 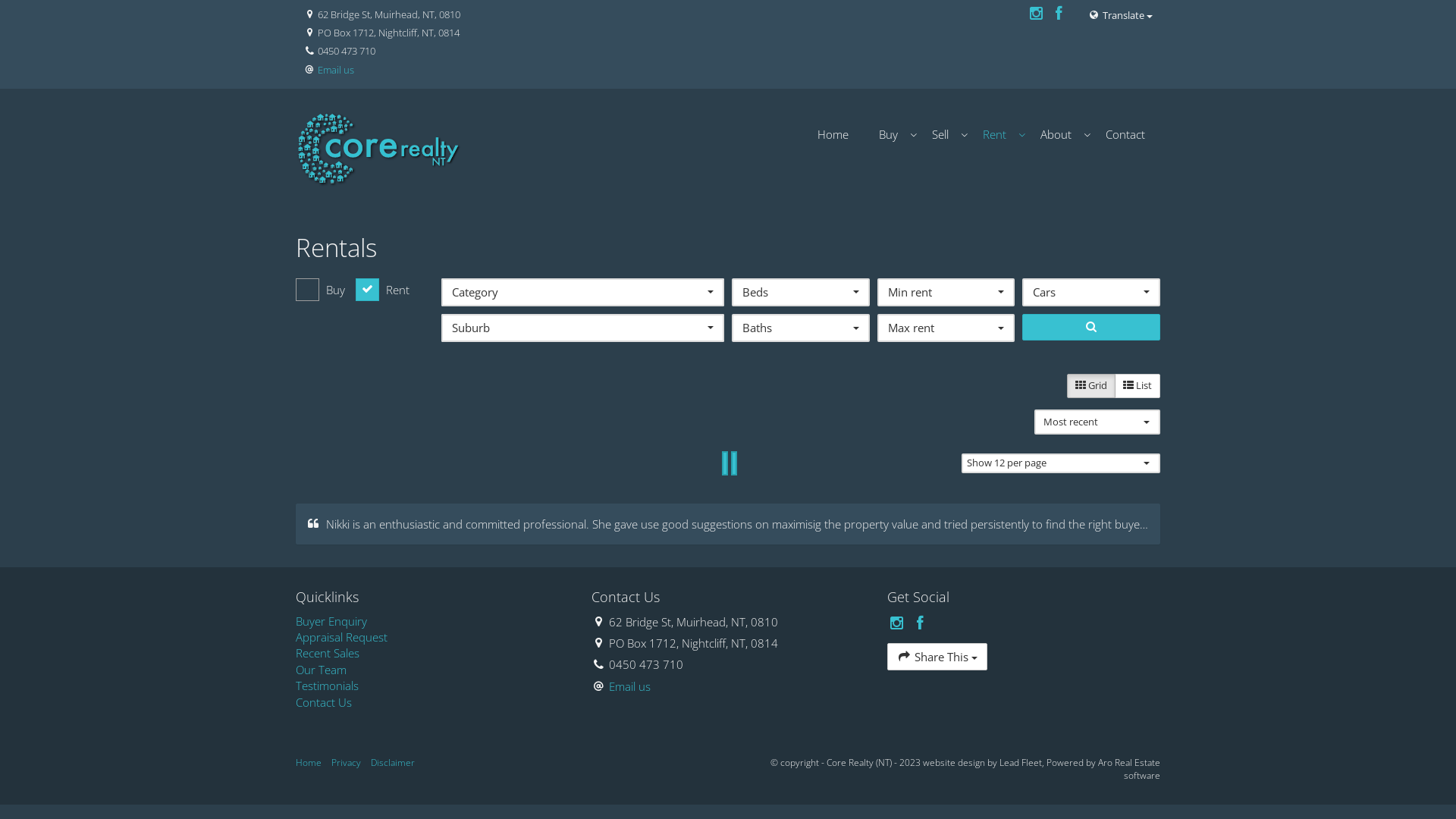 What do you see at coordinates (941, 133) in the screenshot?
I see `'Sell'` at bounding box center [941, 133].